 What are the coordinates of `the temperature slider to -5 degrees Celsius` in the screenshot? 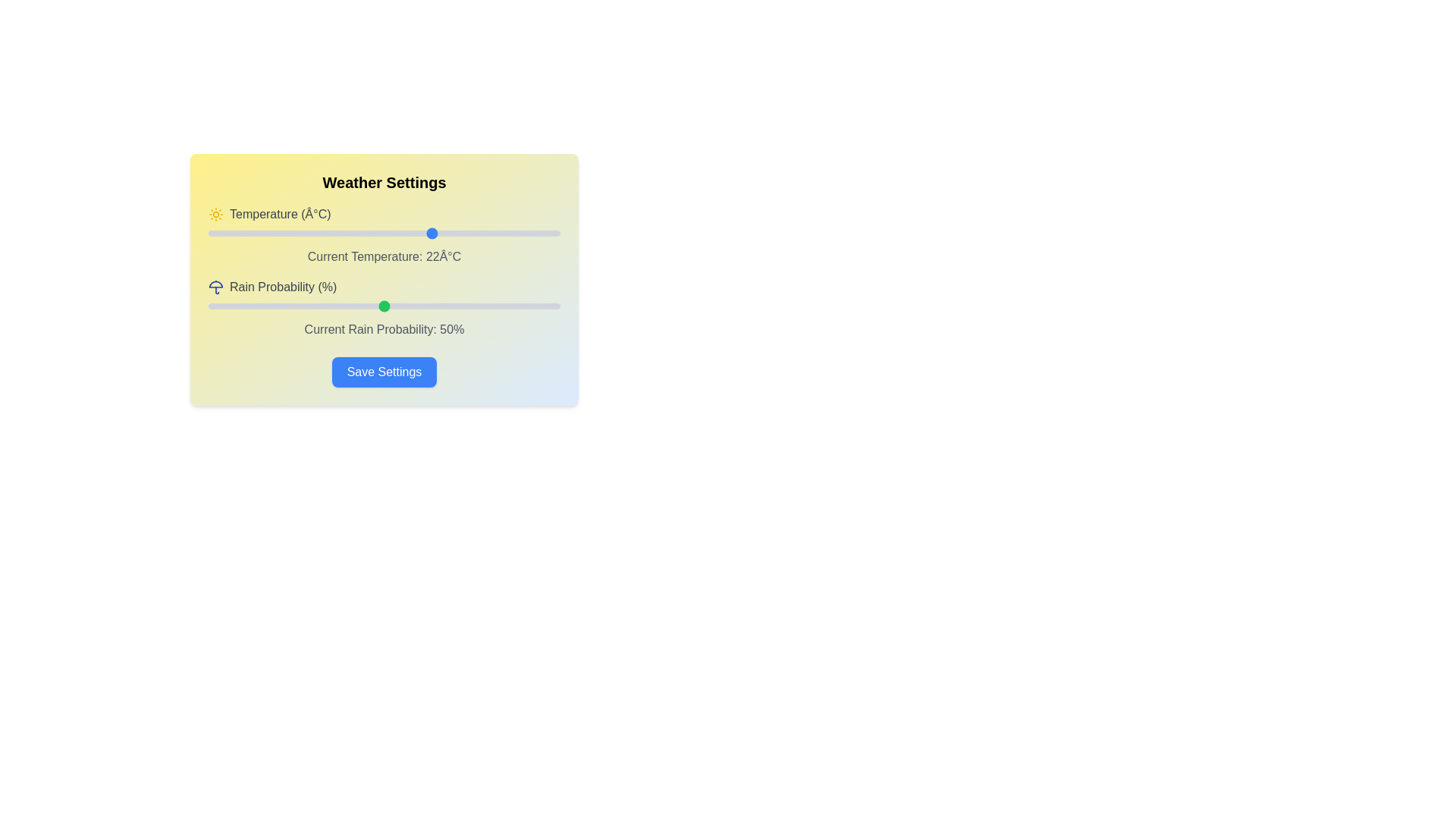 It's located at (243, 234).